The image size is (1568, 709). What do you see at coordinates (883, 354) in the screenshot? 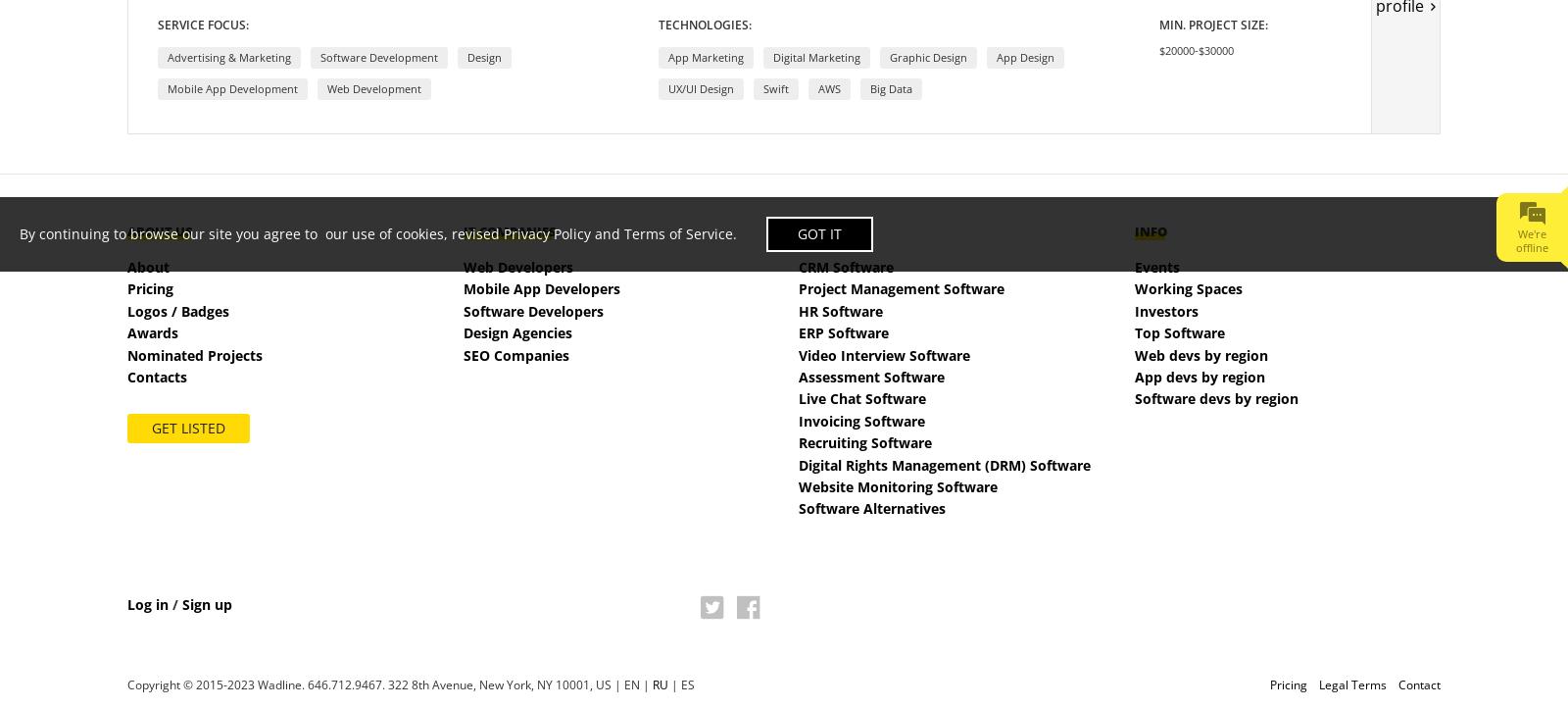
I see `'Video Interview Software'` at bounding box center [883, 354].